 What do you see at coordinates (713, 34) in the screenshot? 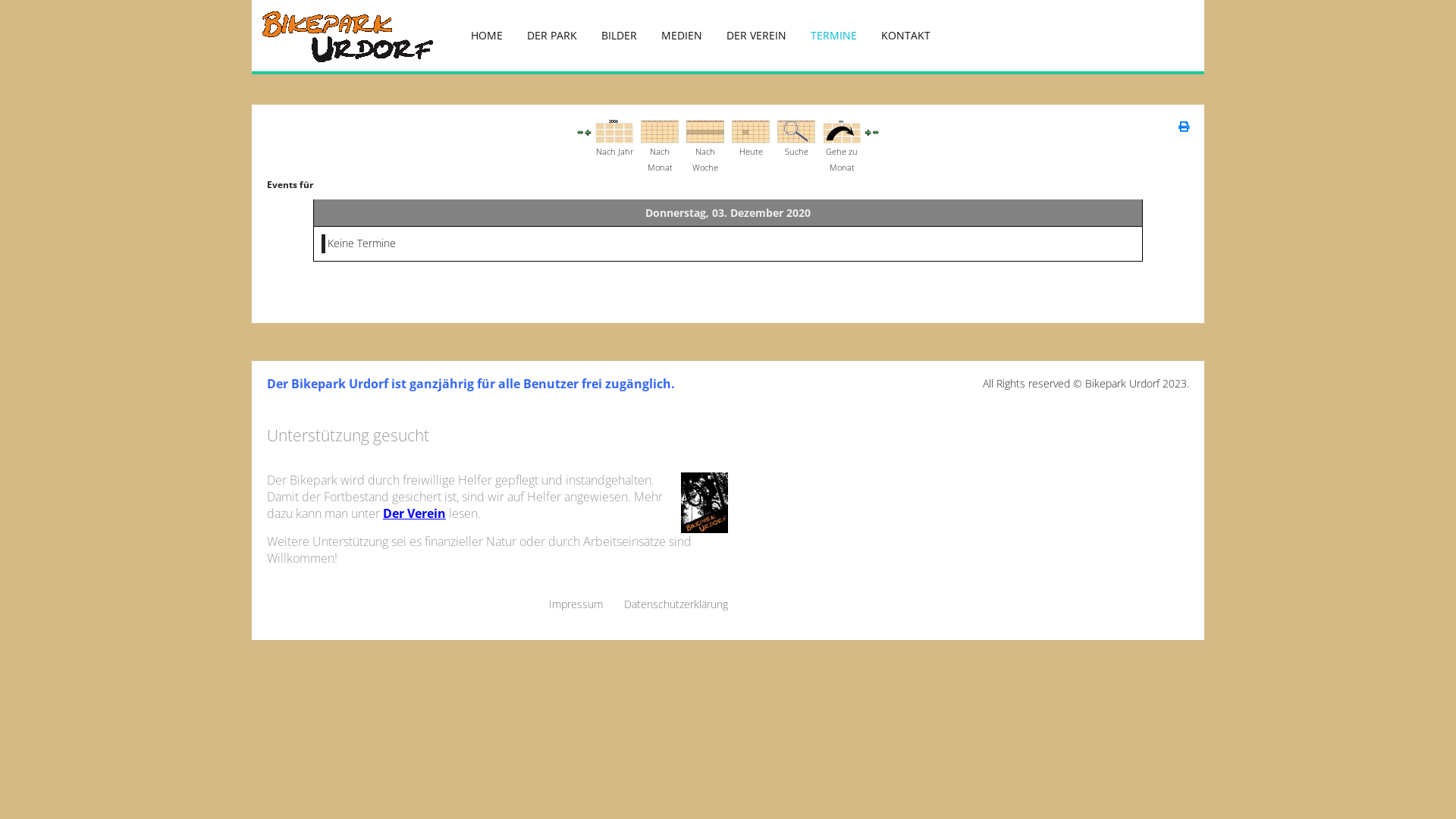
I see `'DER VEREIN'` at bounding box center [713, 34].